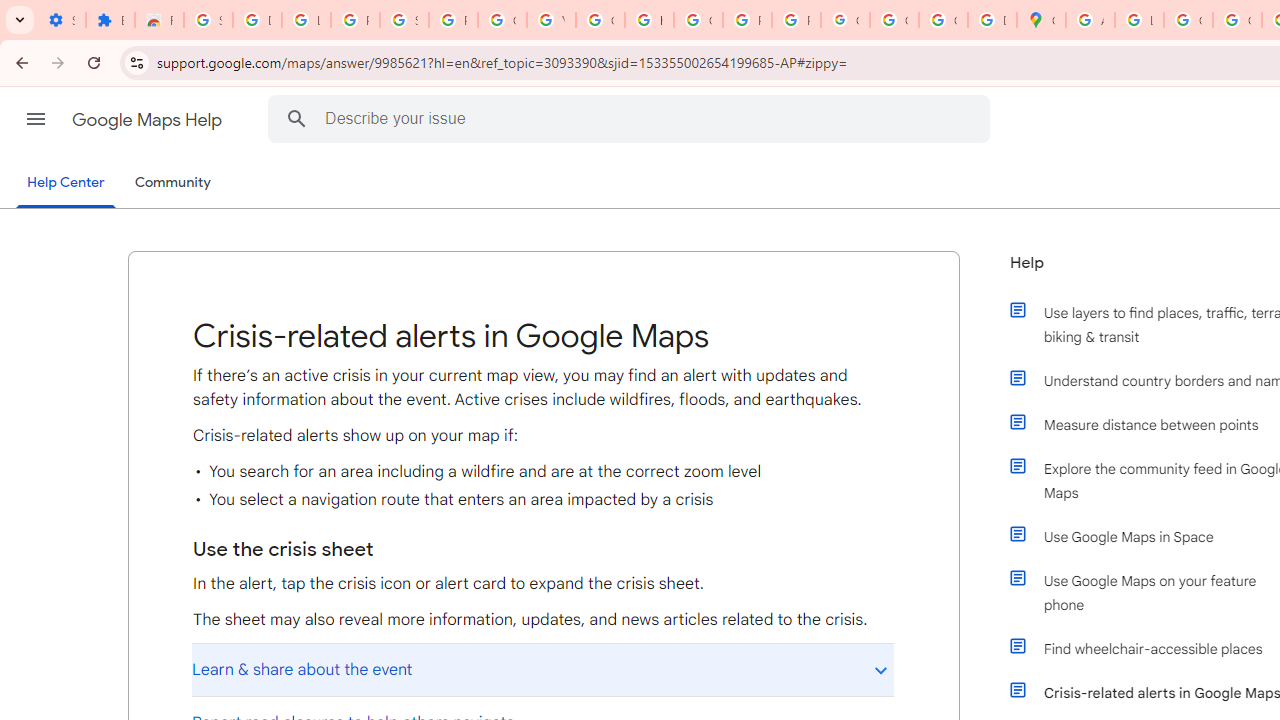  What do you see at coordinates (1040, 20) in the screenshot?
I see `'Google Maps'` at bounding box center [1040, 20].